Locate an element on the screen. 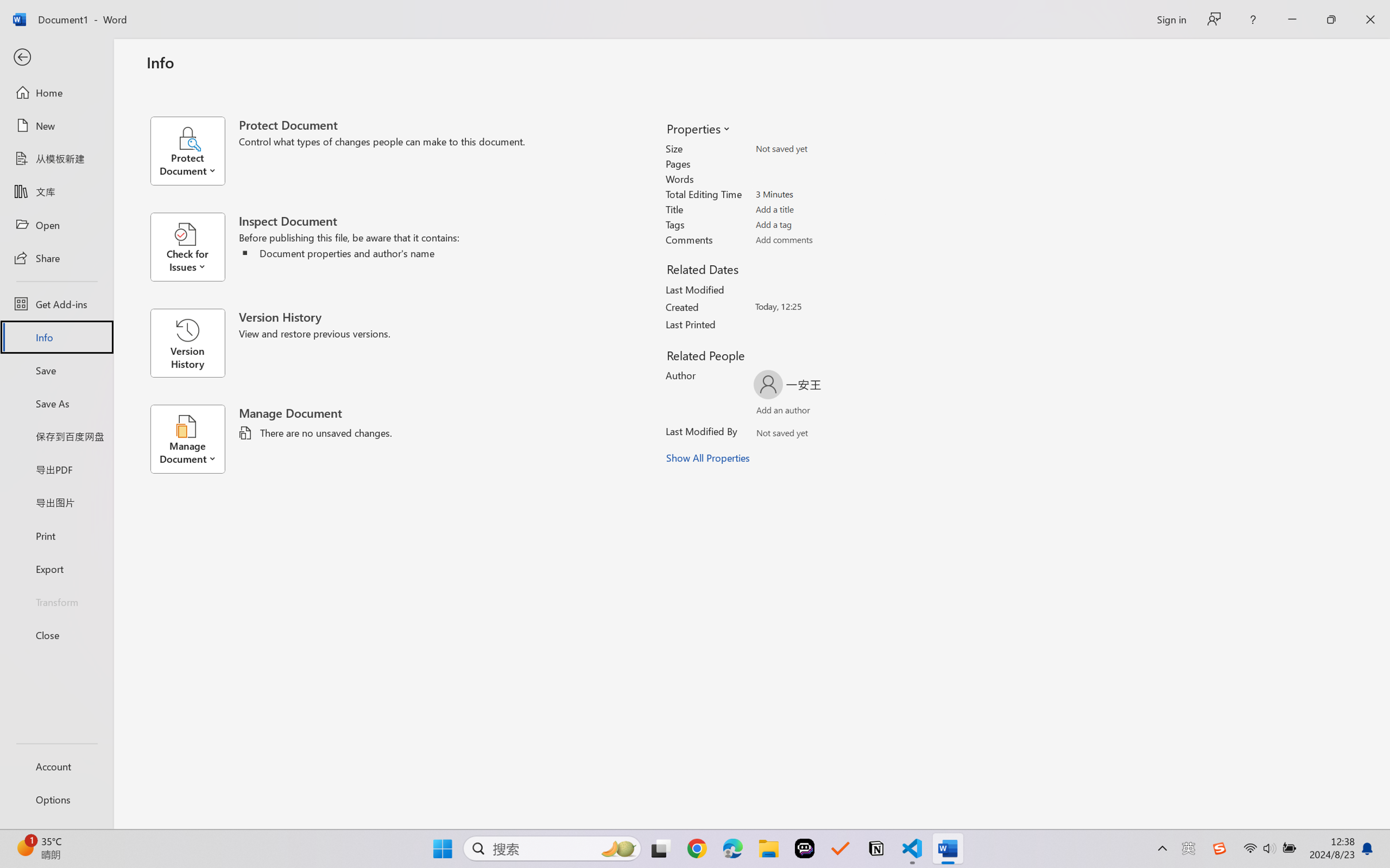 This screenshot has width=1390, height=868. 'Protect Document' is located at coordinates (194, 150).